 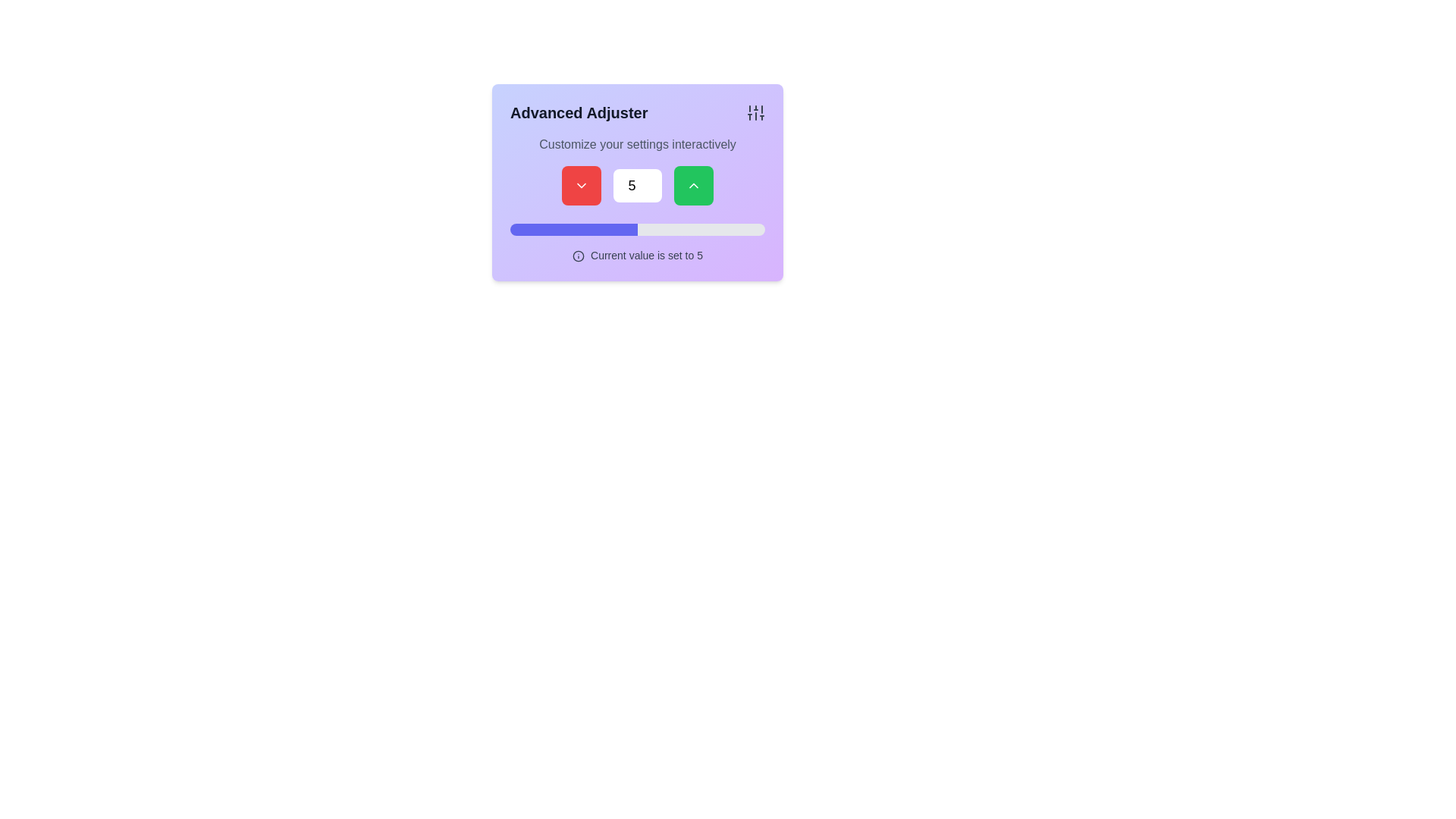 I want to click on the upward-pointing chevron icon inside the green rounded button, which is the graphical indicator of this button among three horizontally aligned buttons in a settings adjustment card, so click(x=693, y=185).